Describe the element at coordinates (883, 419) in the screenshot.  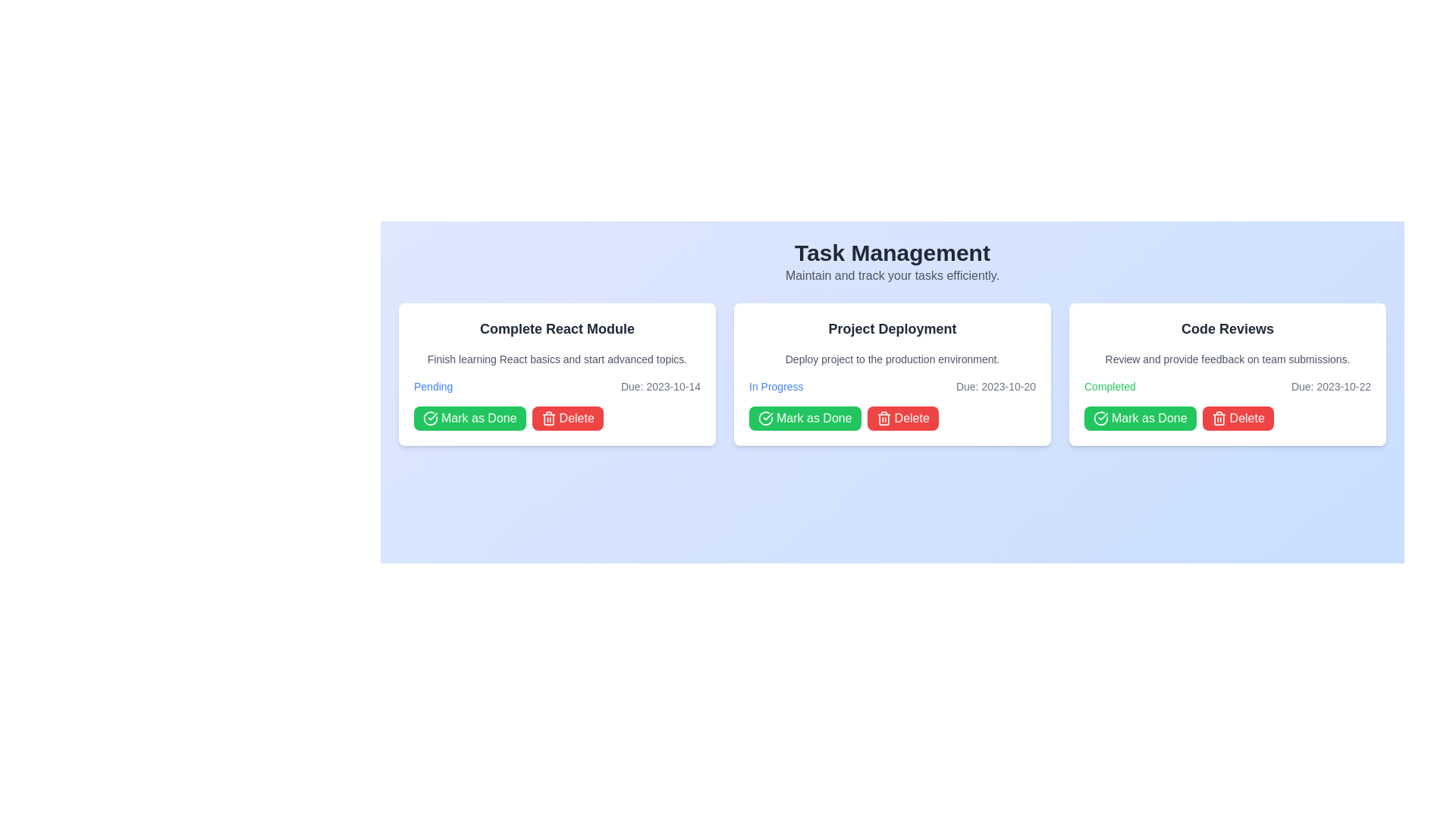
I see `the trashcan icon button located in the second card of the 'Project Deployment' section to initiate a delete action for the corresponding task` at that location.